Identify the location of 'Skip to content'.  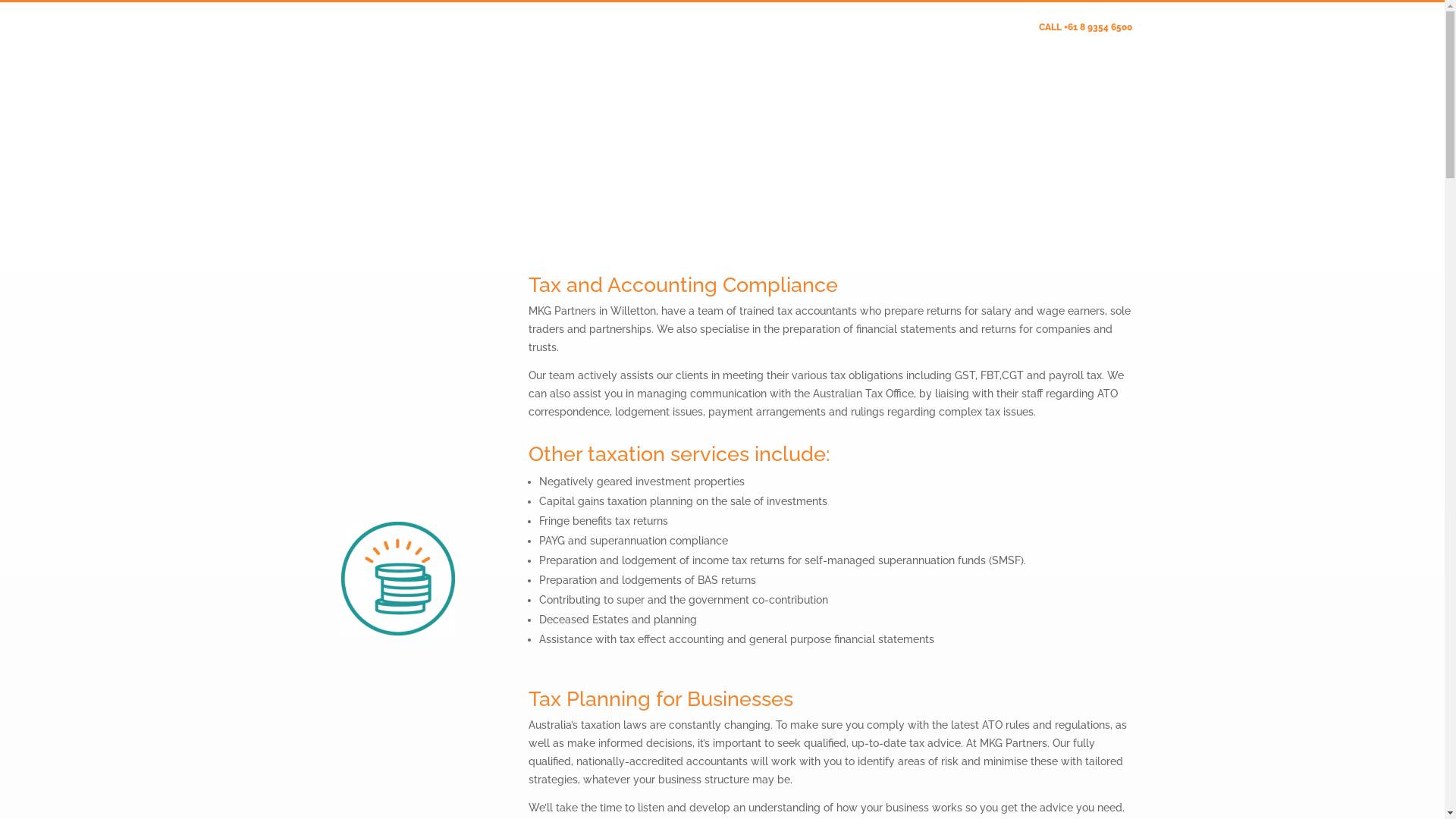
(0, 0).